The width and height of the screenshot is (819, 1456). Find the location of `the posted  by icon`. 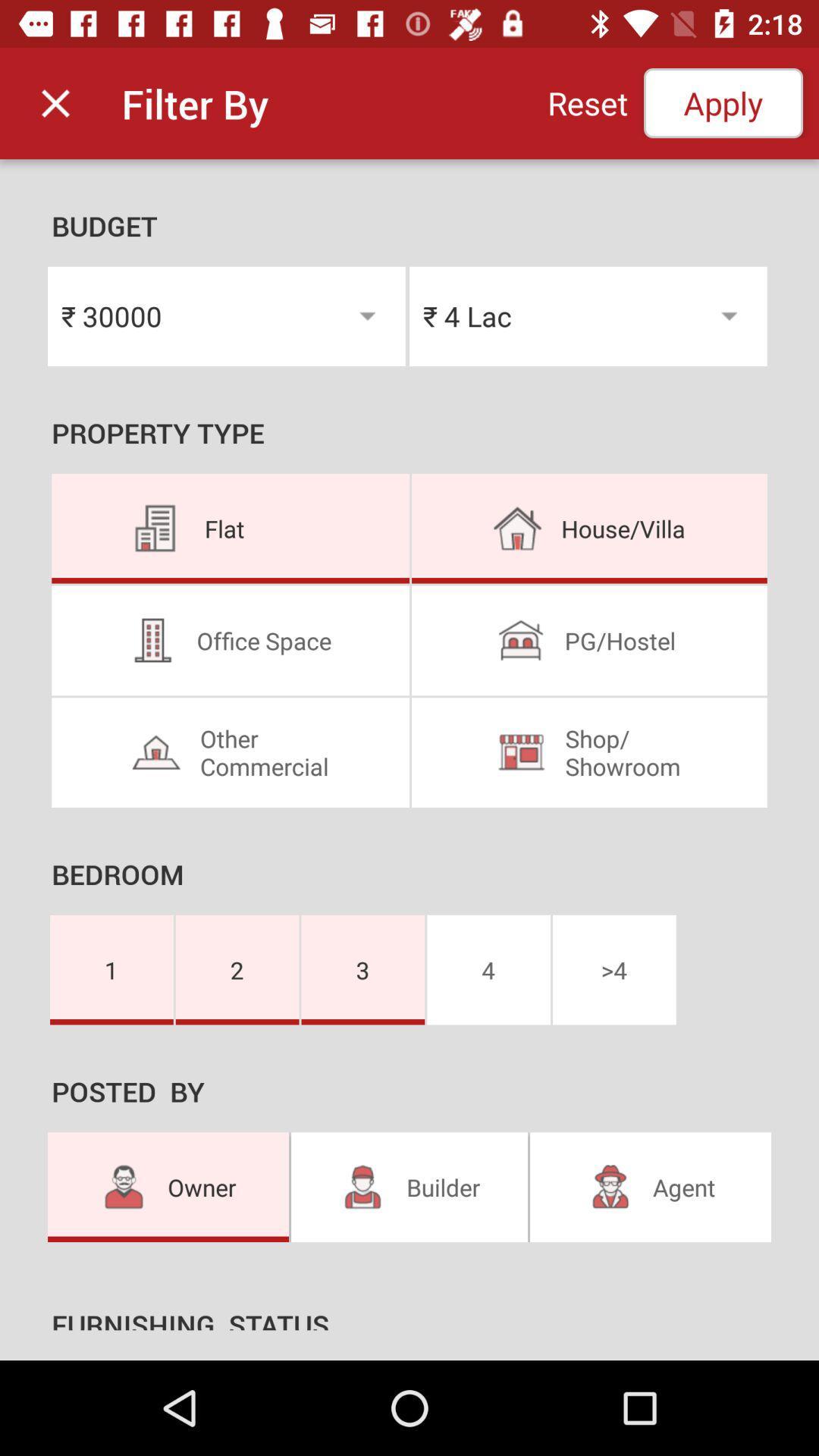

the posted  by icon is located at coordinates (409, 1096).